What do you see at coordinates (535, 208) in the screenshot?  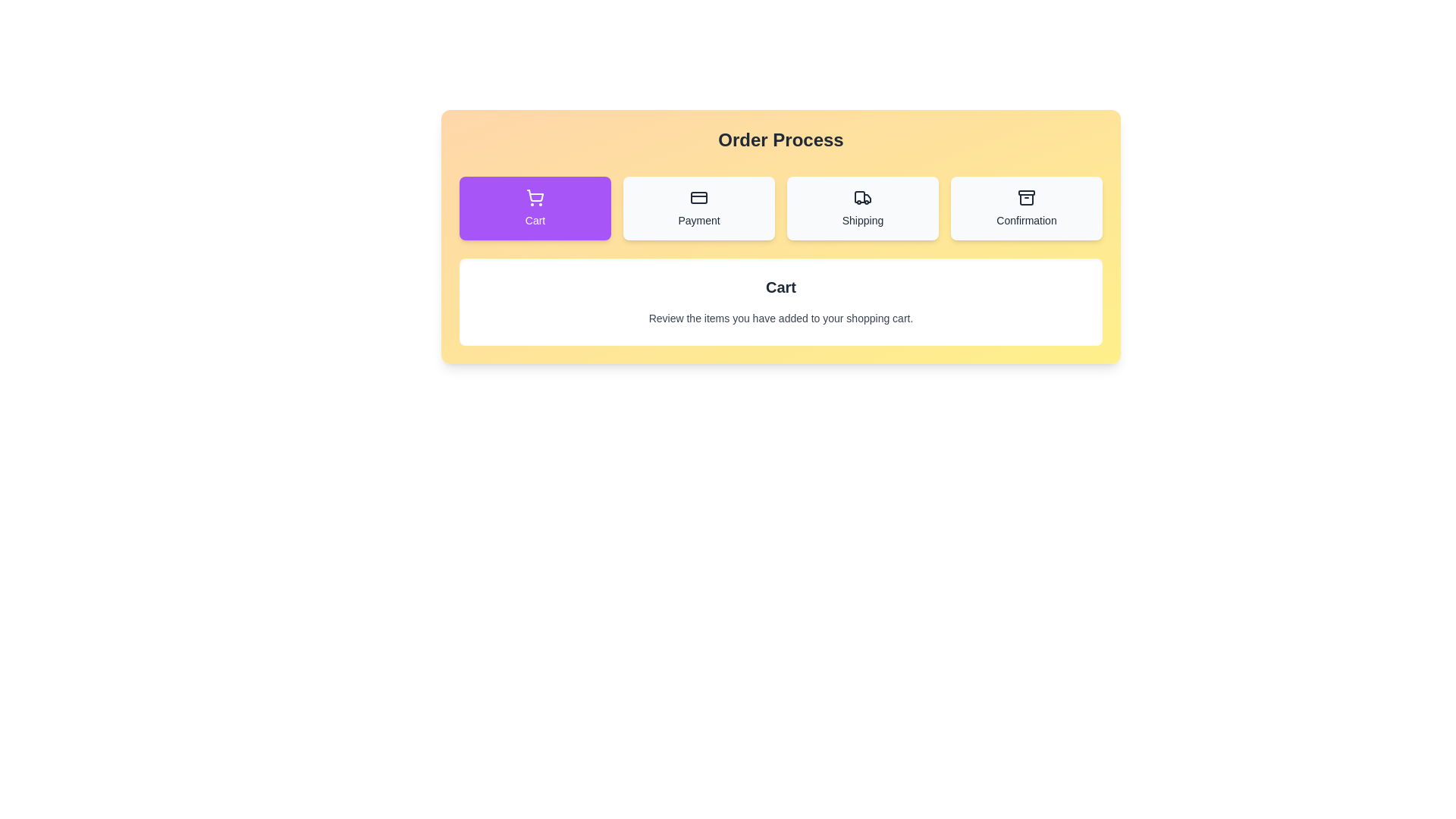 I see `the text 'Cart' to select it` at bounding box center [535, 208].